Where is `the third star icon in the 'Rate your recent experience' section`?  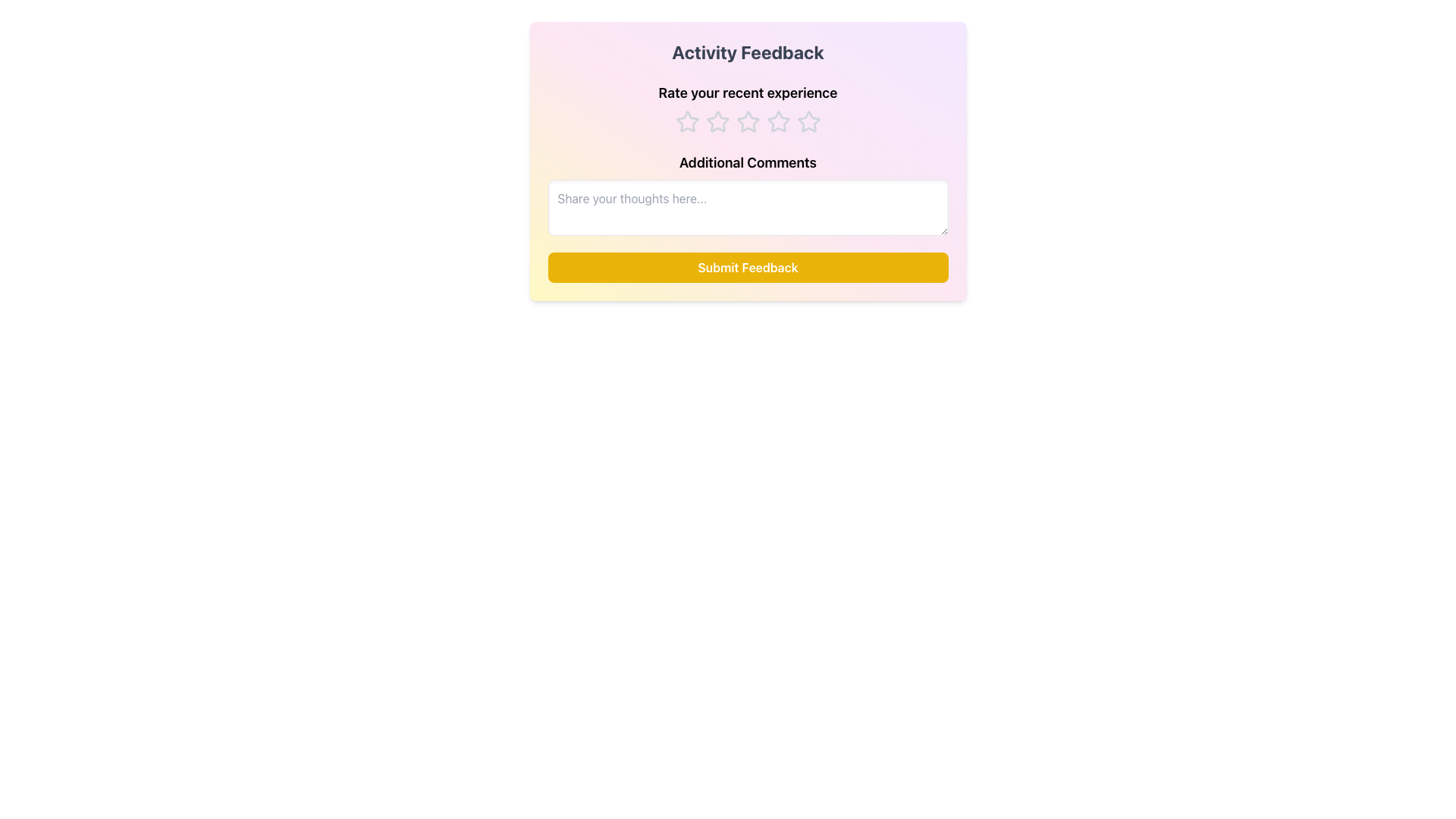 the third star icon in the 'Rate your recent experience' section is located at coordinates (748, 121).